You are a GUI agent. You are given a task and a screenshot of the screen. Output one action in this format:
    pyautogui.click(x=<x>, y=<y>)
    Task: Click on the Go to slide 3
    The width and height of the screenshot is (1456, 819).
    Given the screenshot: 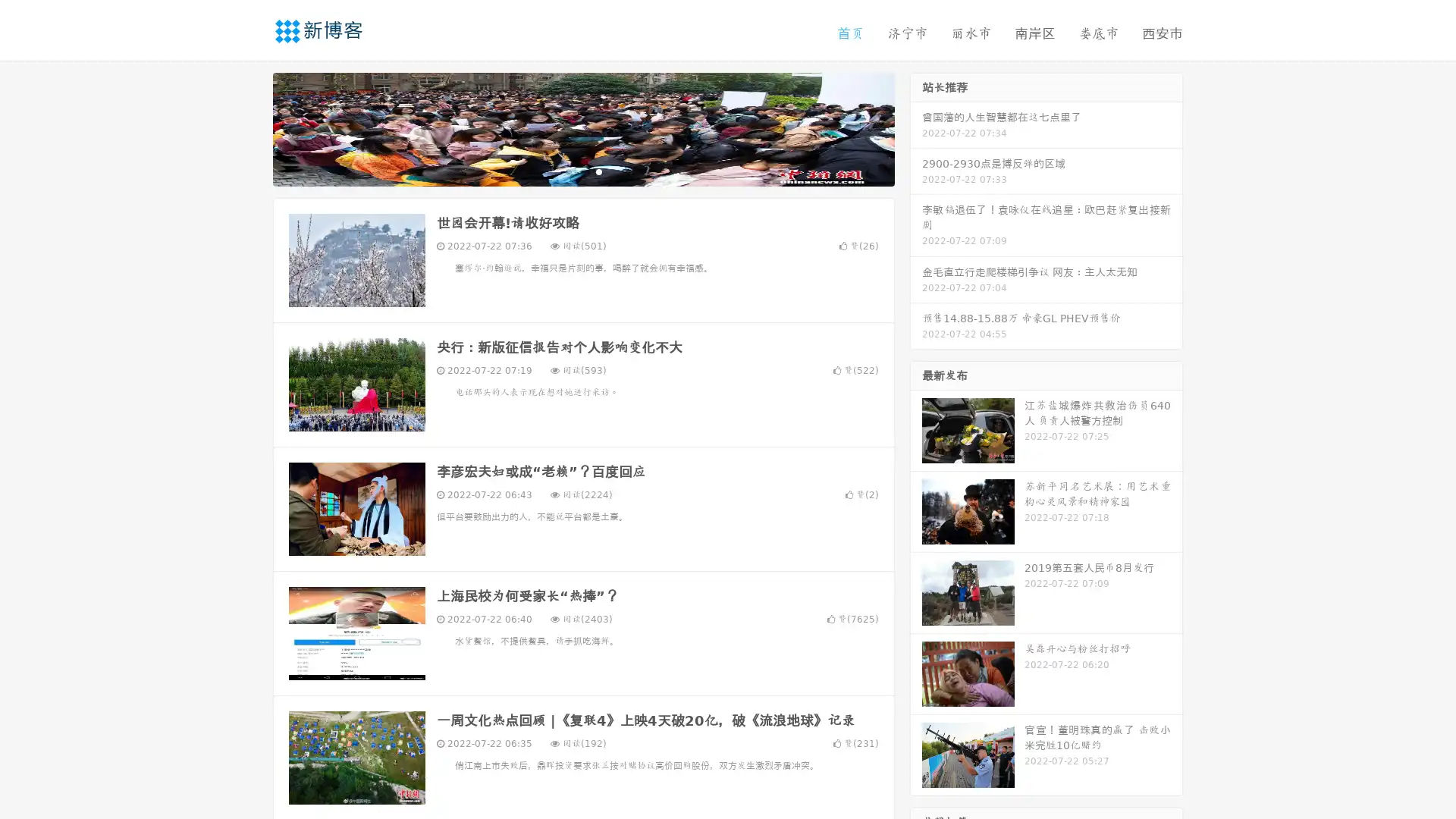 What is the action you would take?
    pyautogui.click(x=598, y=171)
    